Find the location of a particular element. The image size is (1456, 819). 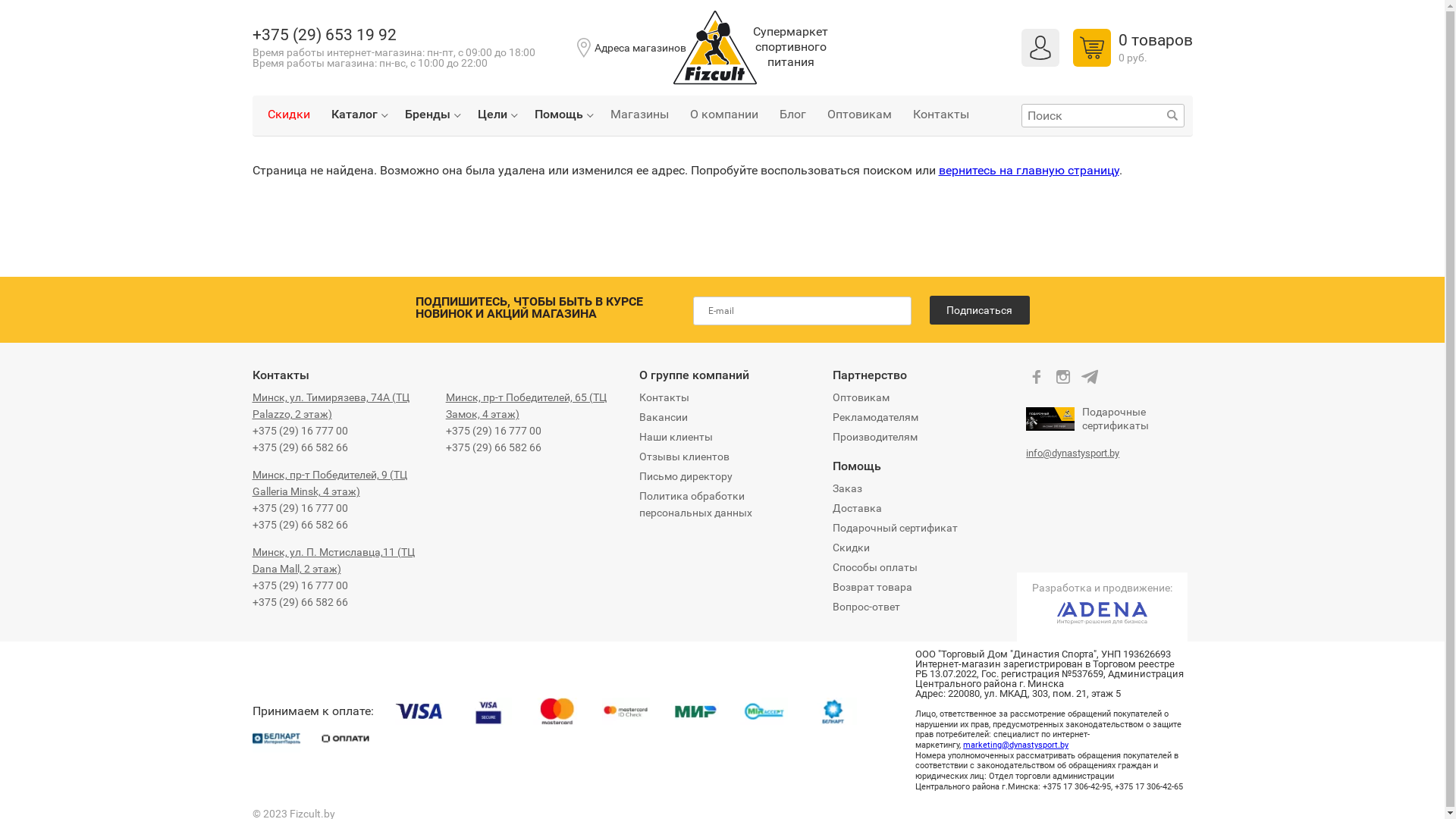

'info@dynastysport.by' is located at coordinates (1072, 452).